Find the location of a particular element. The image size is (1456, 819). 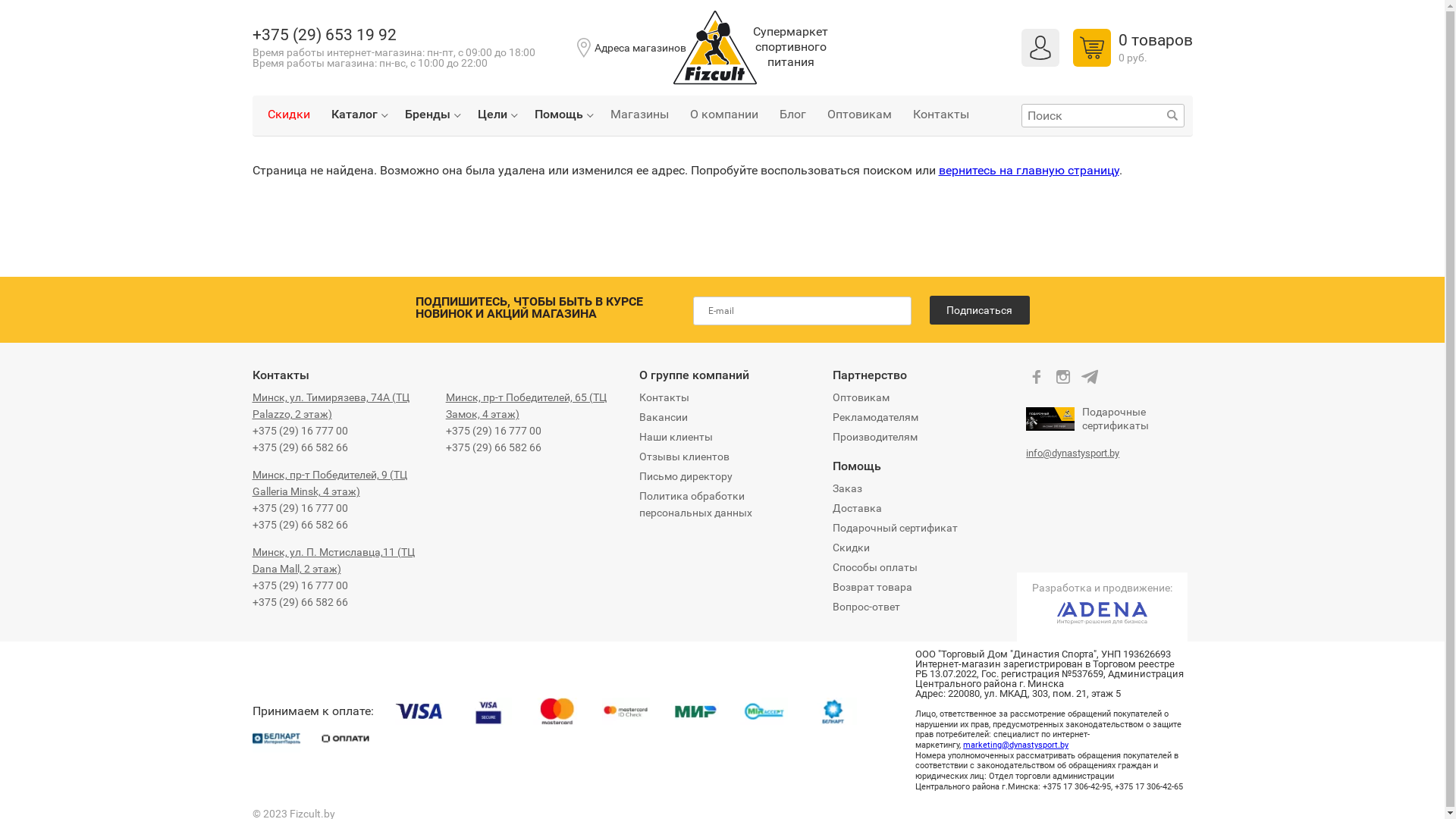

'info@dynastysport.by' is located at coordinates (1072, 452).